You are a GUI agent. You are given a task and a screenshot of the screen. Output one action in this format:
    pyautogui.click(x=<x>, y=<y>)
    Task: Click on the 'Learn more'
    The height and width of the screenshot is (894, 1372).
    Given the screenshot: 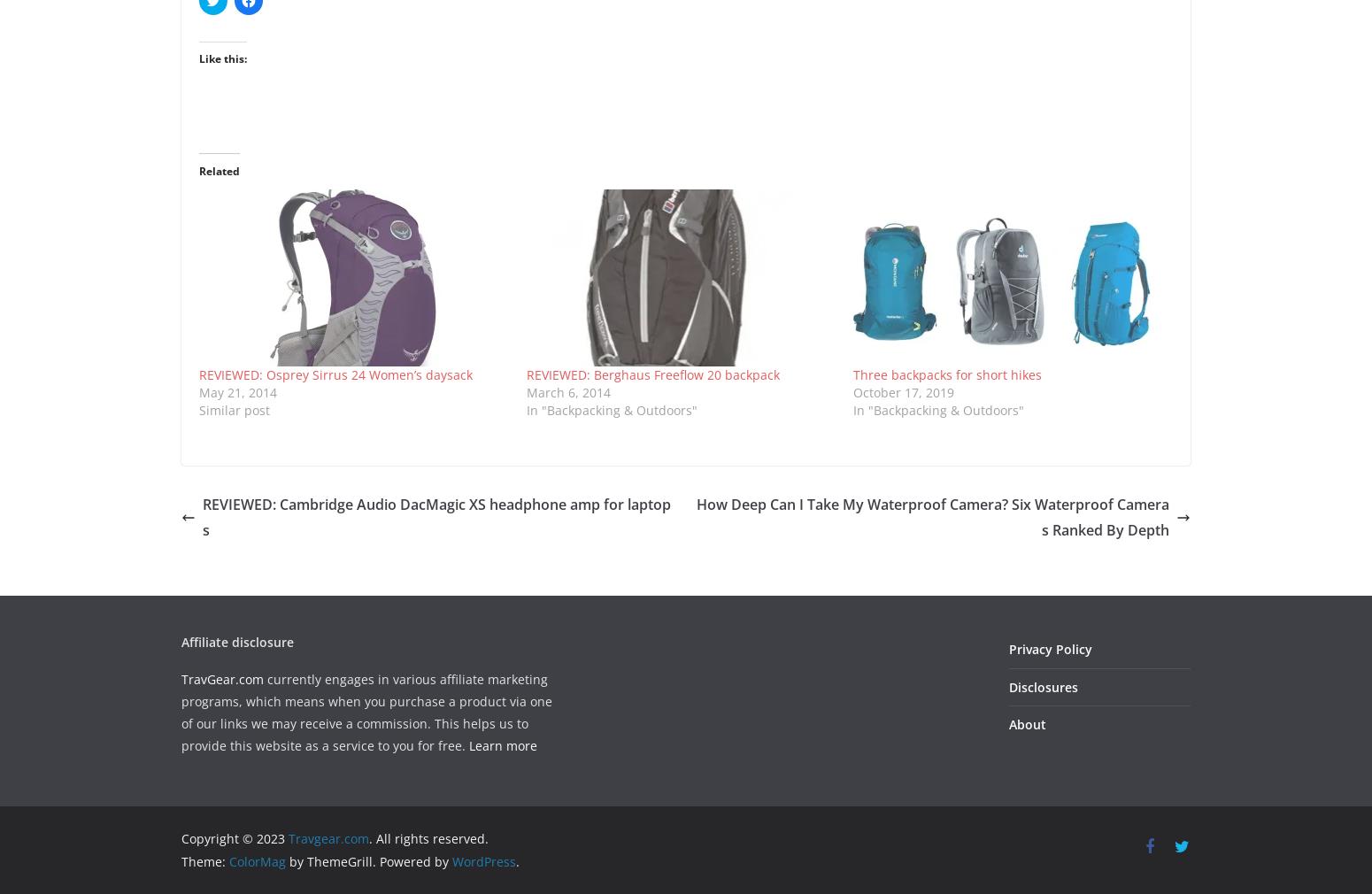 What is the action you would take?
    pyautogui.click(x=503, y=745)
    